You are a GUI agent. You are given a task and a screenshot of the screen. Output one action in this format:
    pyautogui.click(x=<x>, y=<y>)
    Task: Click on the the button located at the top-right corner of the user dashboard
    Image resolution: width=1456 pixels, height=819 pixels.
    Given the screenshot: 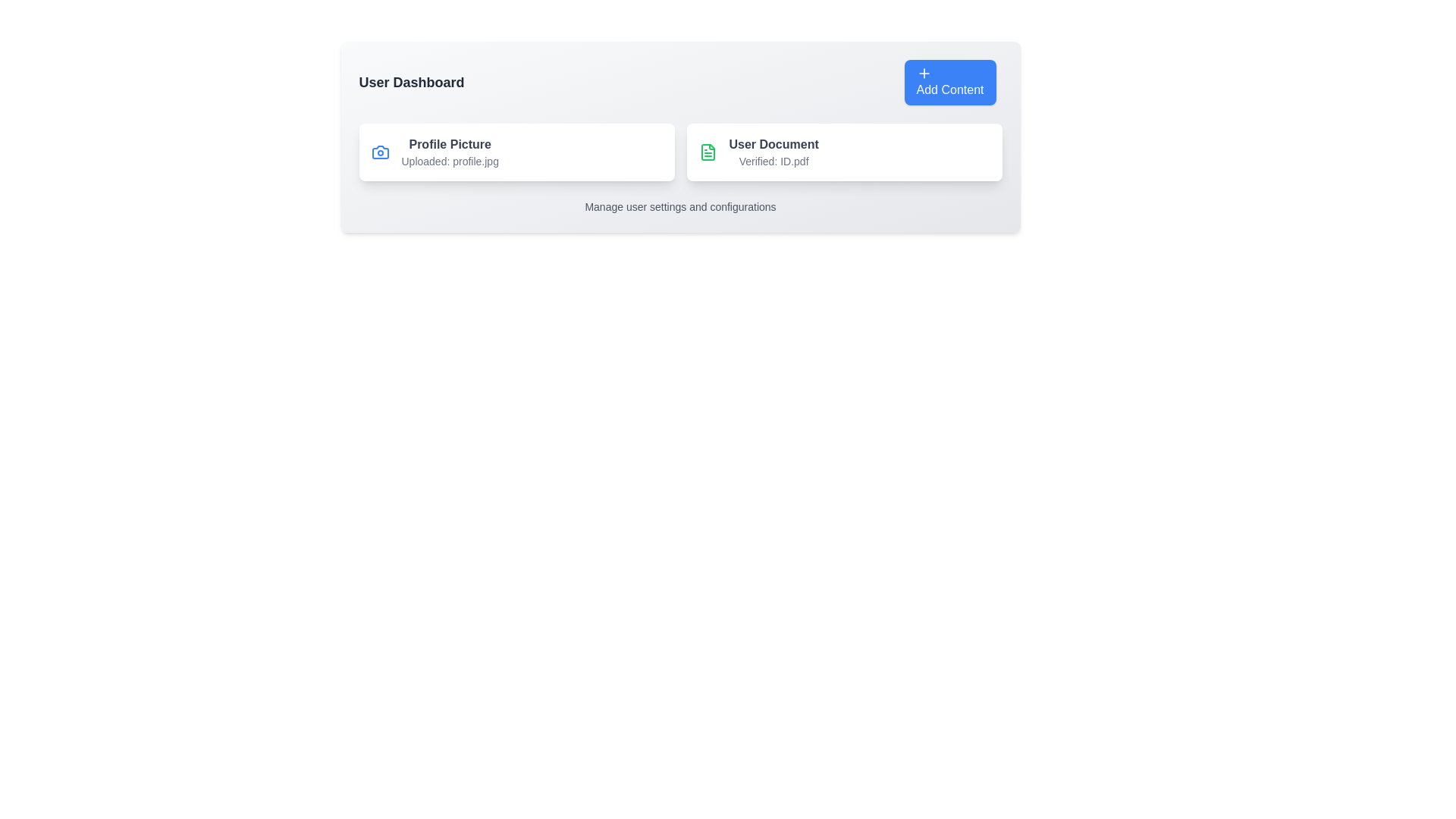 What is the action you would take?
    pyautogui.click(x=949, y=82)
    